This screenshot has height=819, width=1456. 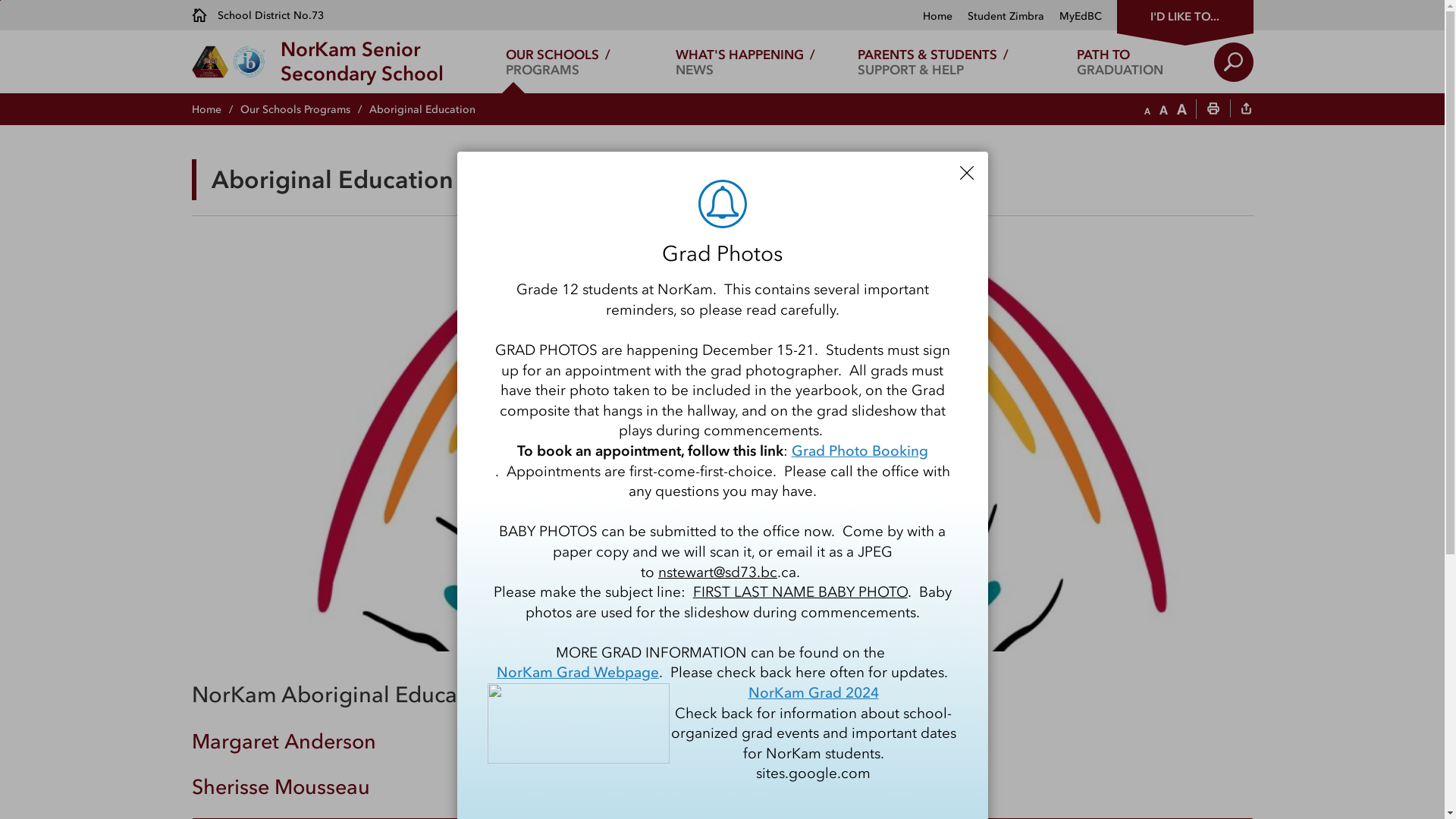 What do you see at coordinates (557, 61) in the screenshot?
I see `'OUR SCHOOLS` at bounding box center [557, 61].